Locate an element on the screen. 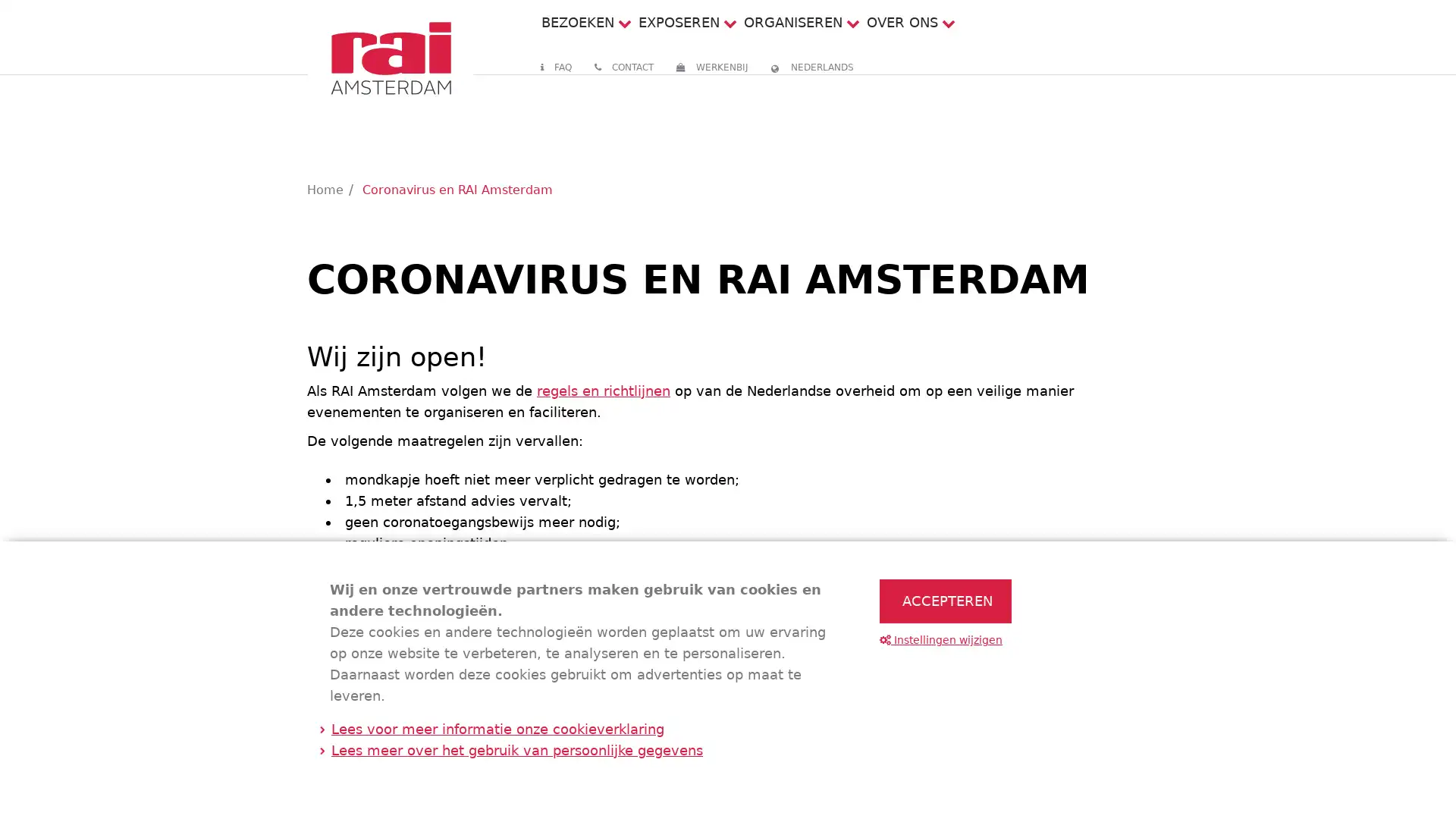 The image size is (1456, 819). ACCEPTEREN is located at coordinates (945, 601).